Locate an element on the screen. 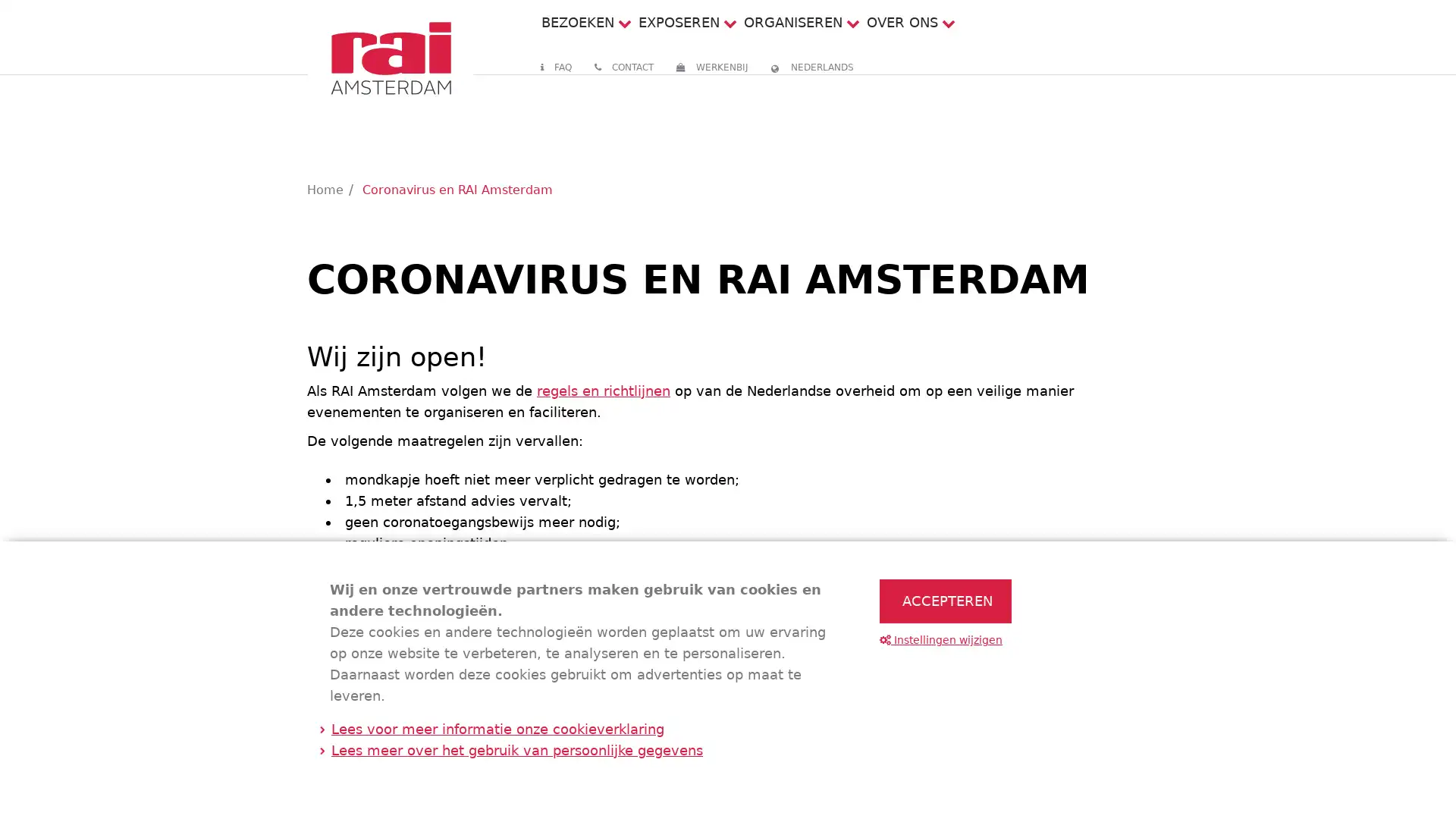 The image size is (1456, 819). ACCEPTEREN is located at coordinates (945, 601).